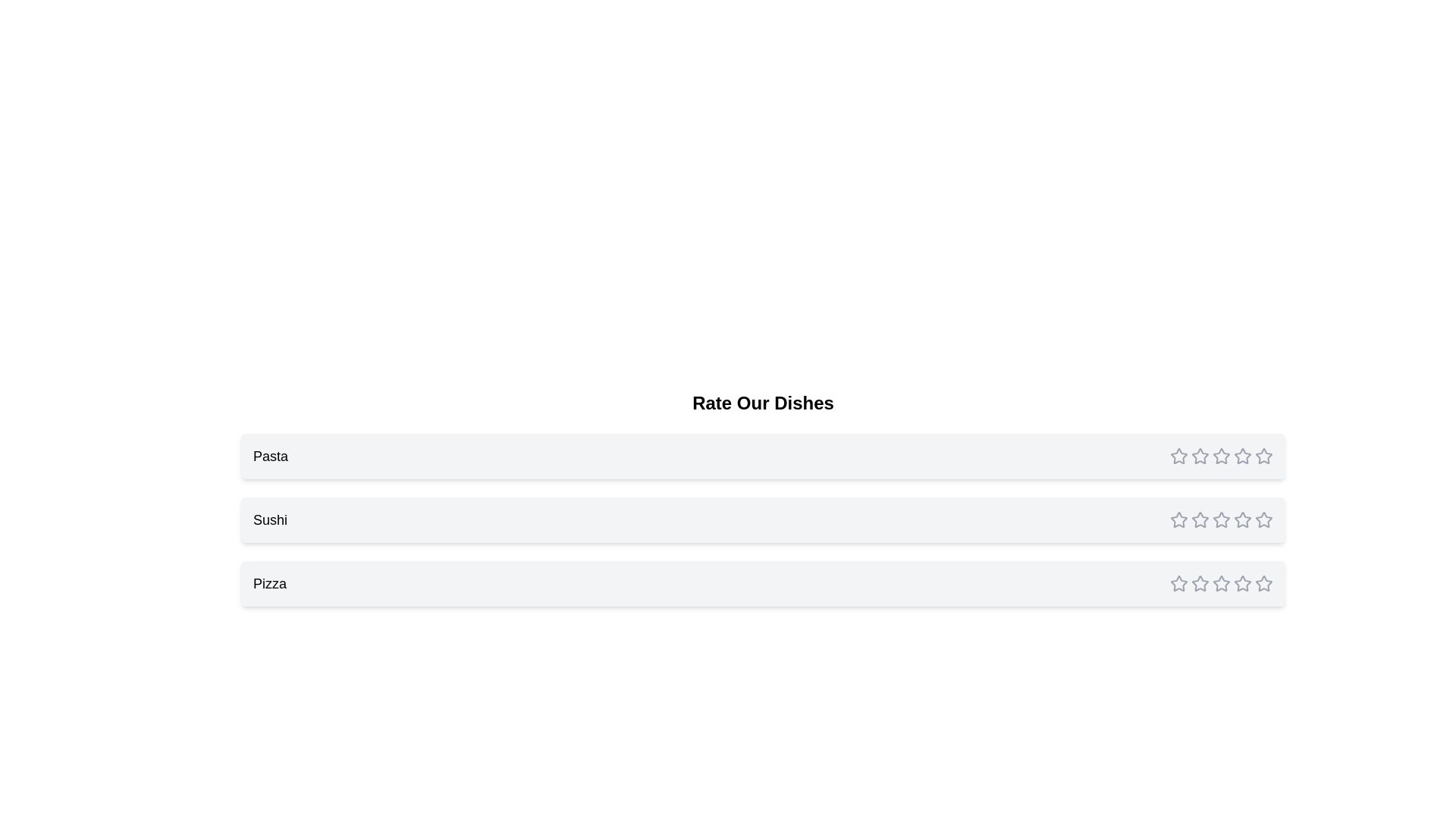 This screenshot has height=819, width=1456. What do you see at coordinates (1200, 583) in the screenshot?
I see `the second star in the 'Rate Our Dishes' section` at bounding box center [1200, 583].